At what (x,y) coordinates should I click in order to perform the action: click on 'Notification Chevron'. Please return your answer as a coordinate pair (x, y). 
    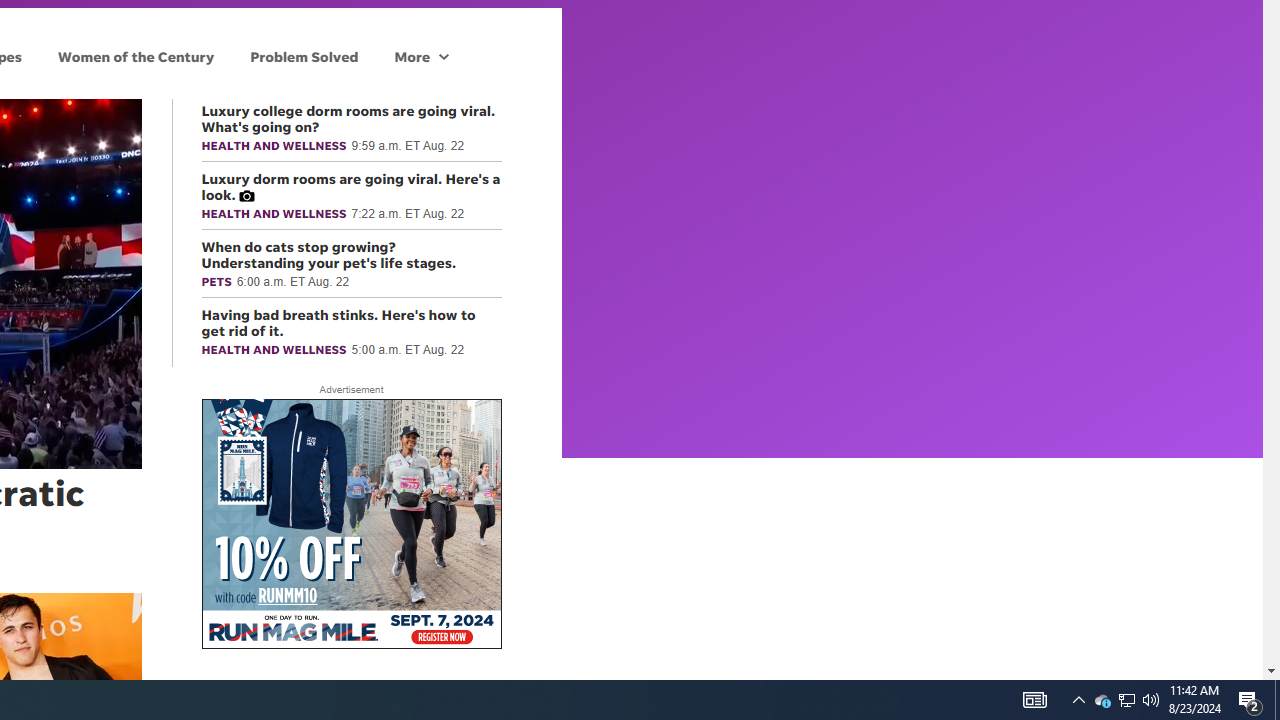
    Looking at the image, I should click on (1101, 698).